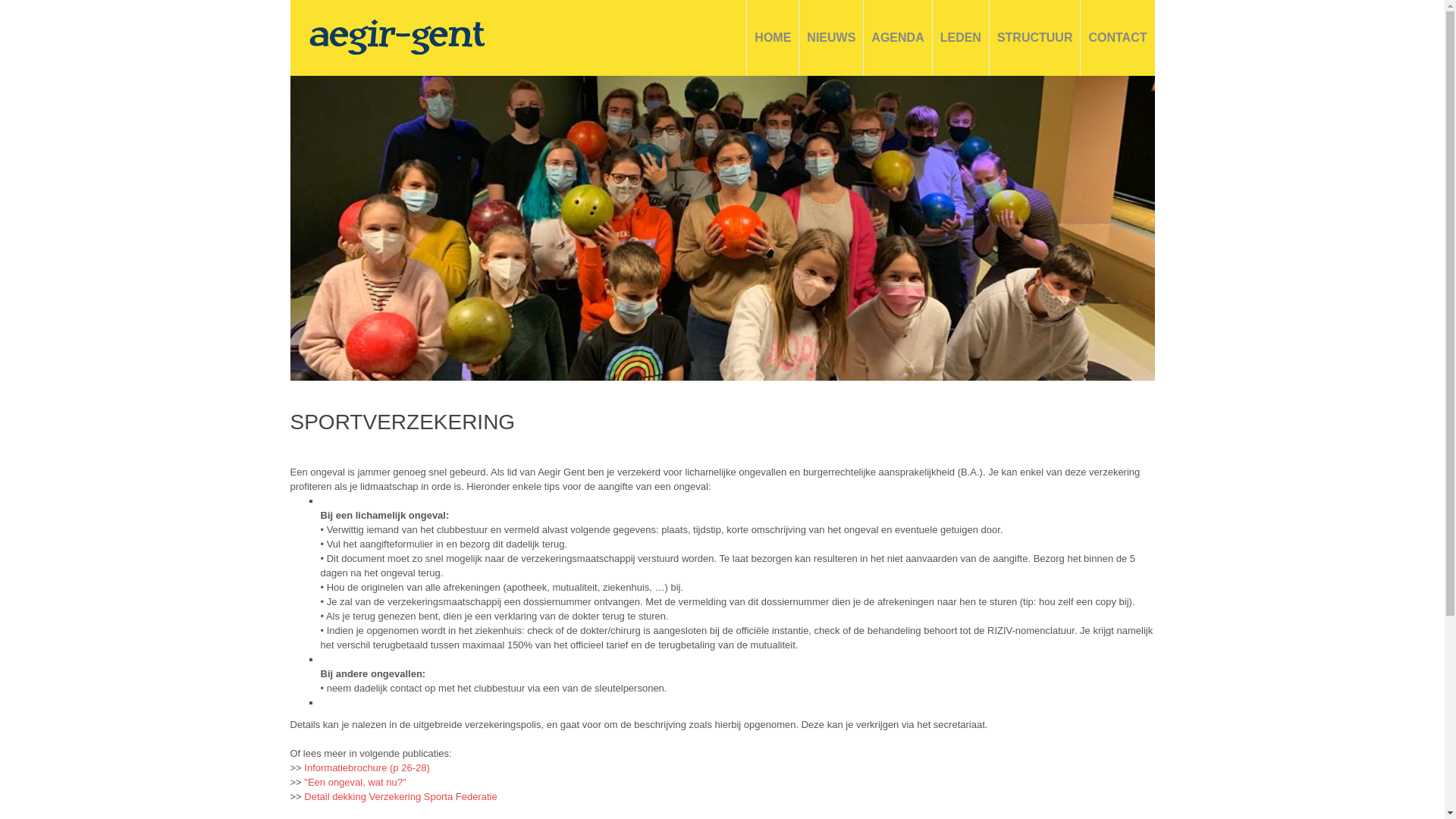 This screenshot has height=819, width=1456. Describe the element at coordinates (353, 782) in the screenshot. I see `'"Een ongeval, wat nu?"'` at that location.